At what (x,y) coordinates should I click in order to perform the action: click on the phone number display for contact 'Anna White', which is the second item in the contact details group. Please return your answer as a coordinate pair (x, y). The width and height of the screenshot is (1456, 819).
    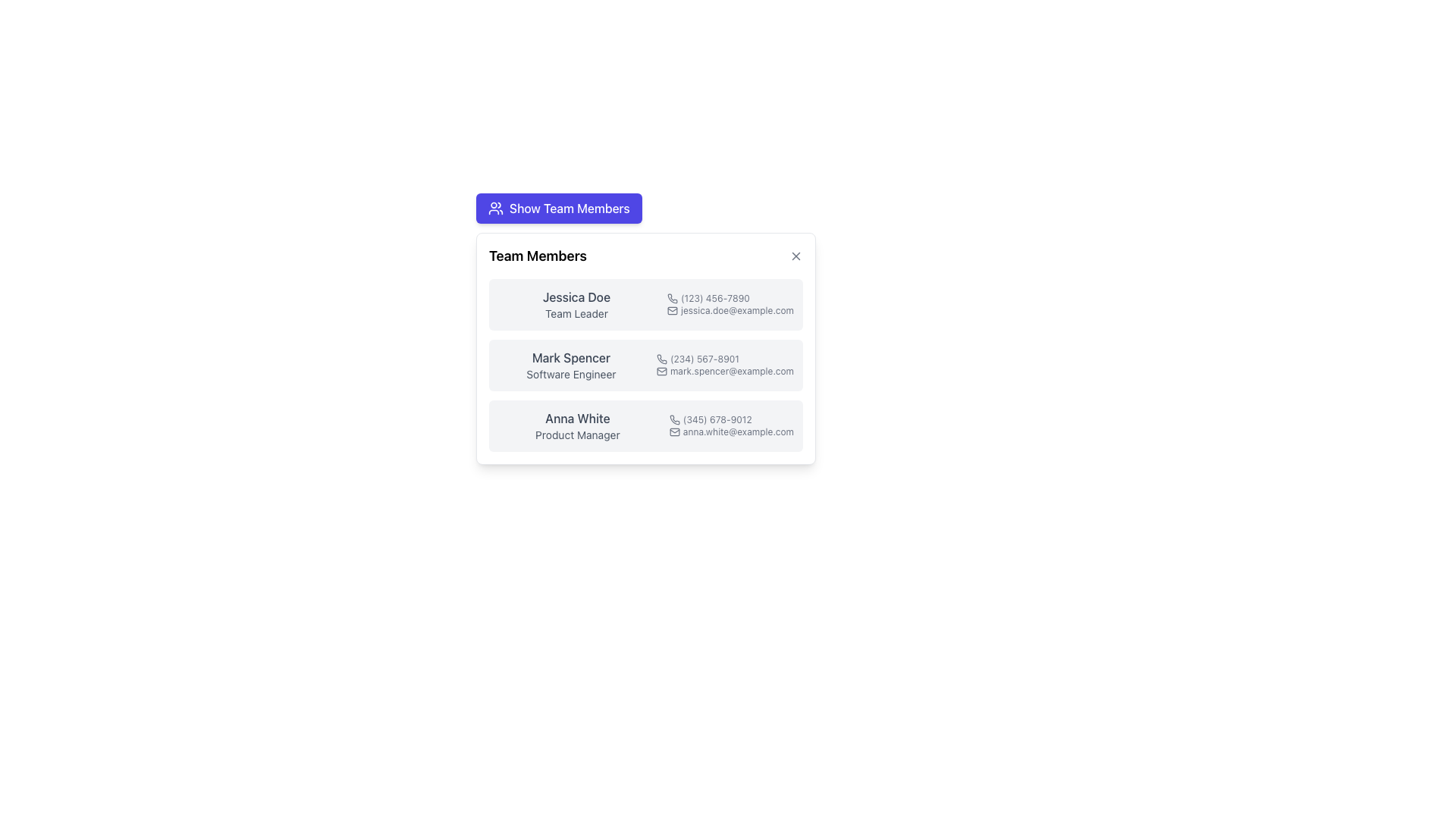
    Looking at the image, I should click on (731, 420).